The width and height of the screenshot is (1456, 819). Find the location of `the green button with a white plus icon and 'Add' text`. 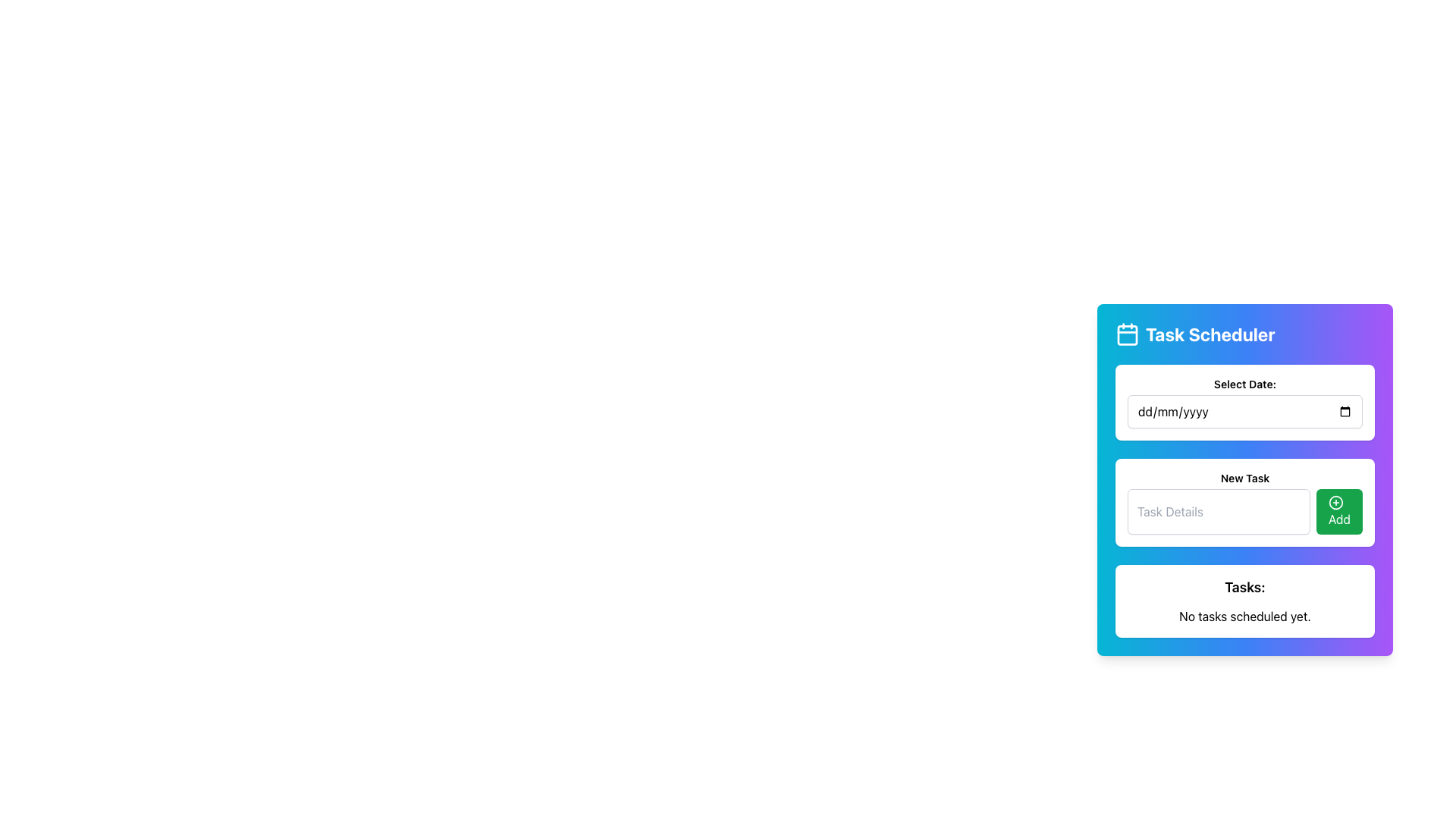

the green button with a white plus icon and 'Add' text is located at coordinates (1339, 512).